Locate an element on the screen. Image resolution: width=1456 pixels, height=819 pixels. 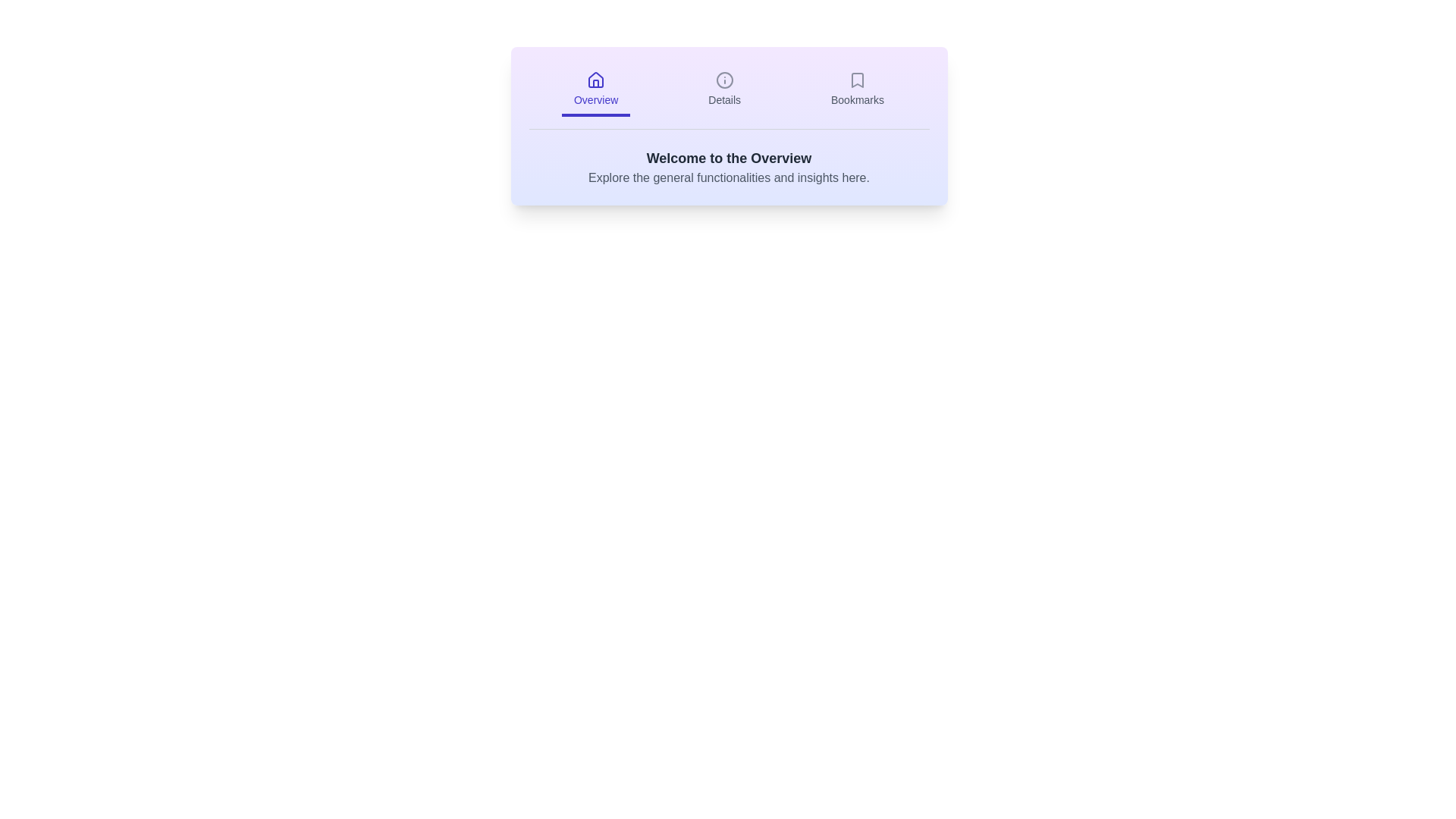
the 'Overview' icon located in the top-left corner of the navigation bar, which serves as a shortcut to the home section of the application is located at coordinates (595, 80).